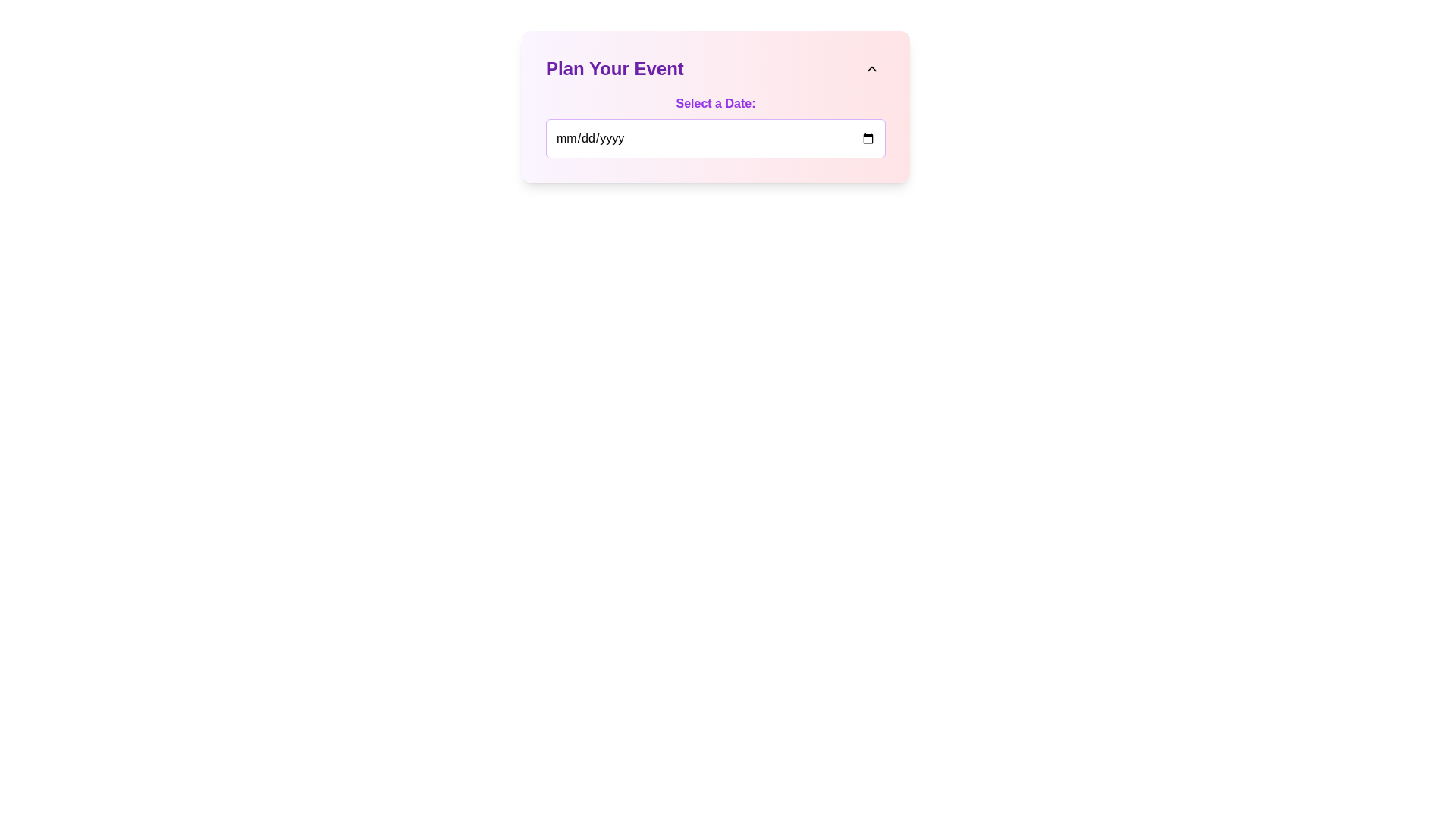 The image size is (1456, 819). What do you see at coordinates (872, 69) in the screenshot?
I see `the icon located in the top-right corner of the 'Plan Your Event' card` at bounding box center [872, 69].